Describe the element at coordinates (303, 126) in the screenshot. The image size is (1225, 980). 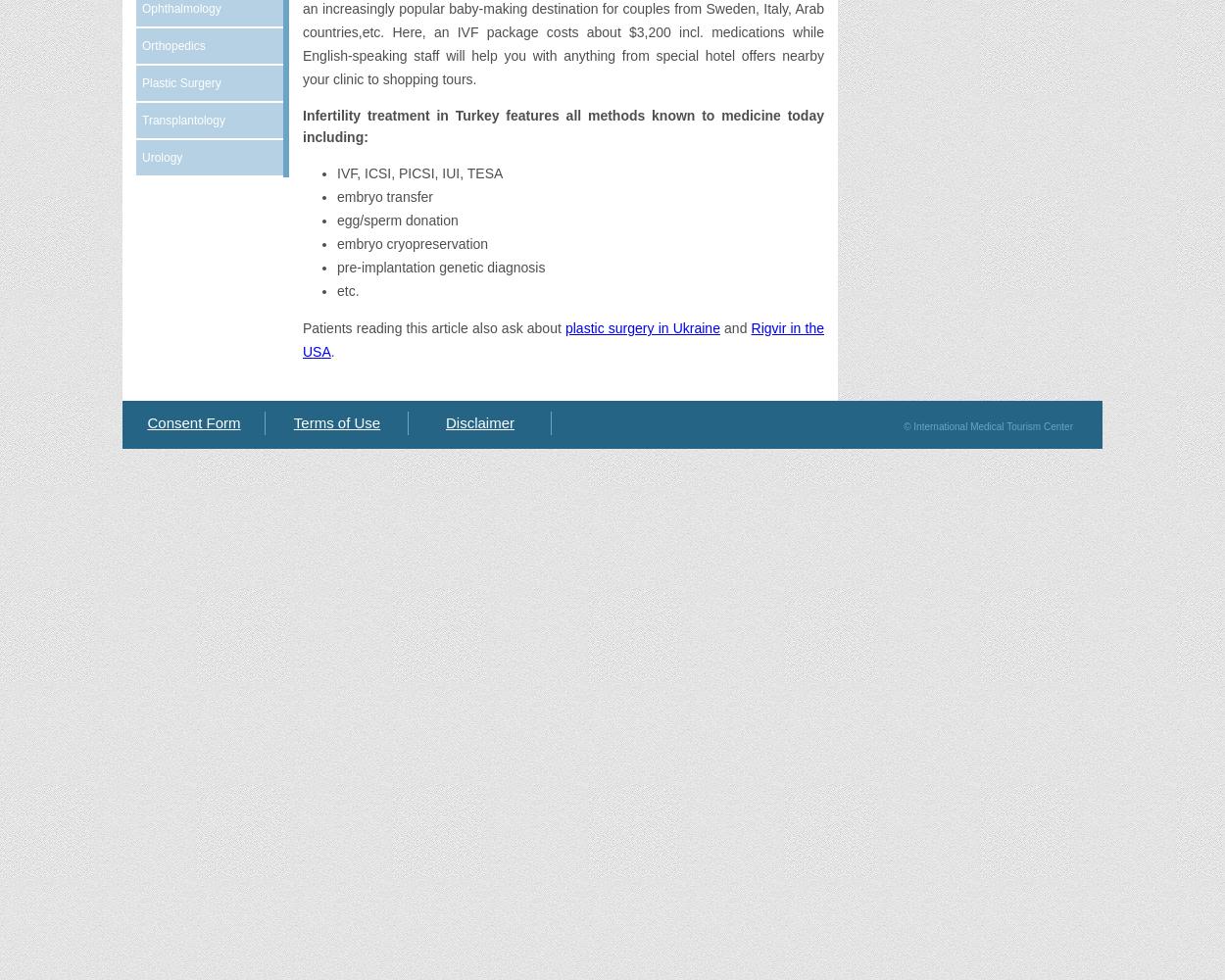
I see `'Infertility treatment in Turkey features all methods known to medicine today including:'` at that location.